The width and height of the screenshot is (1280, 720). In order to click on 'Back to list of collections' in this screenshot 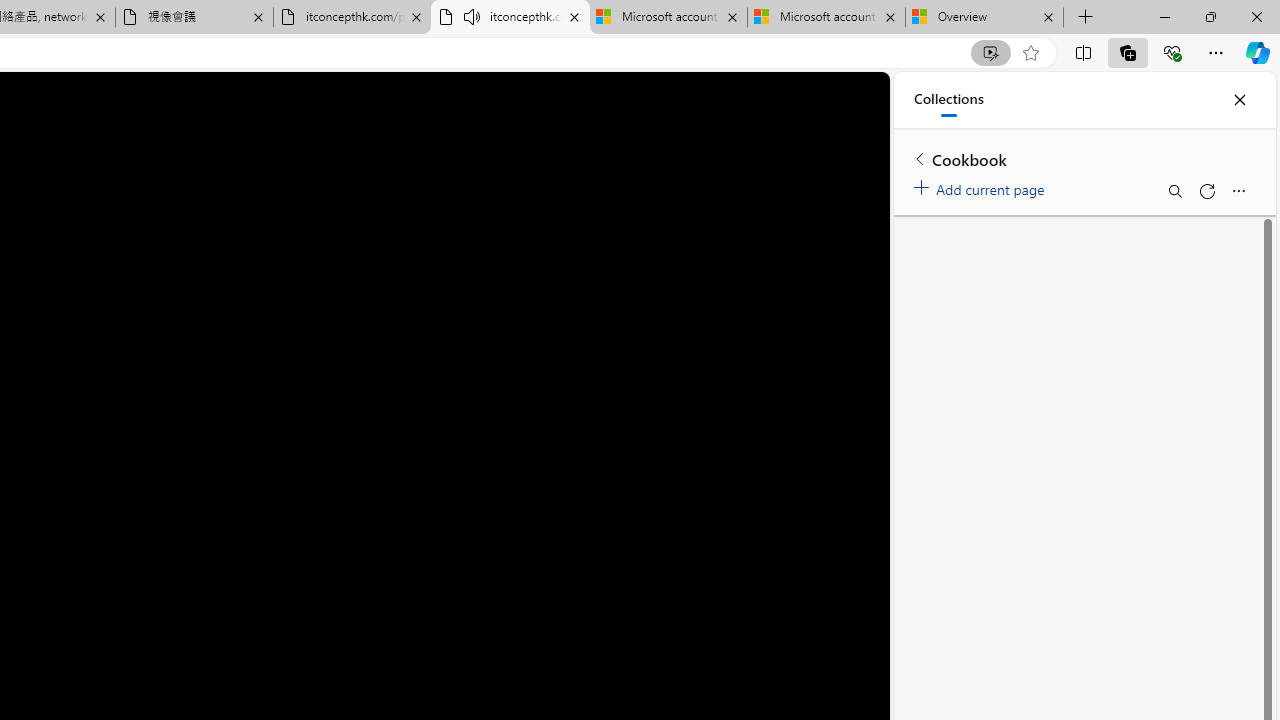, I will do `click(919, 158)`.